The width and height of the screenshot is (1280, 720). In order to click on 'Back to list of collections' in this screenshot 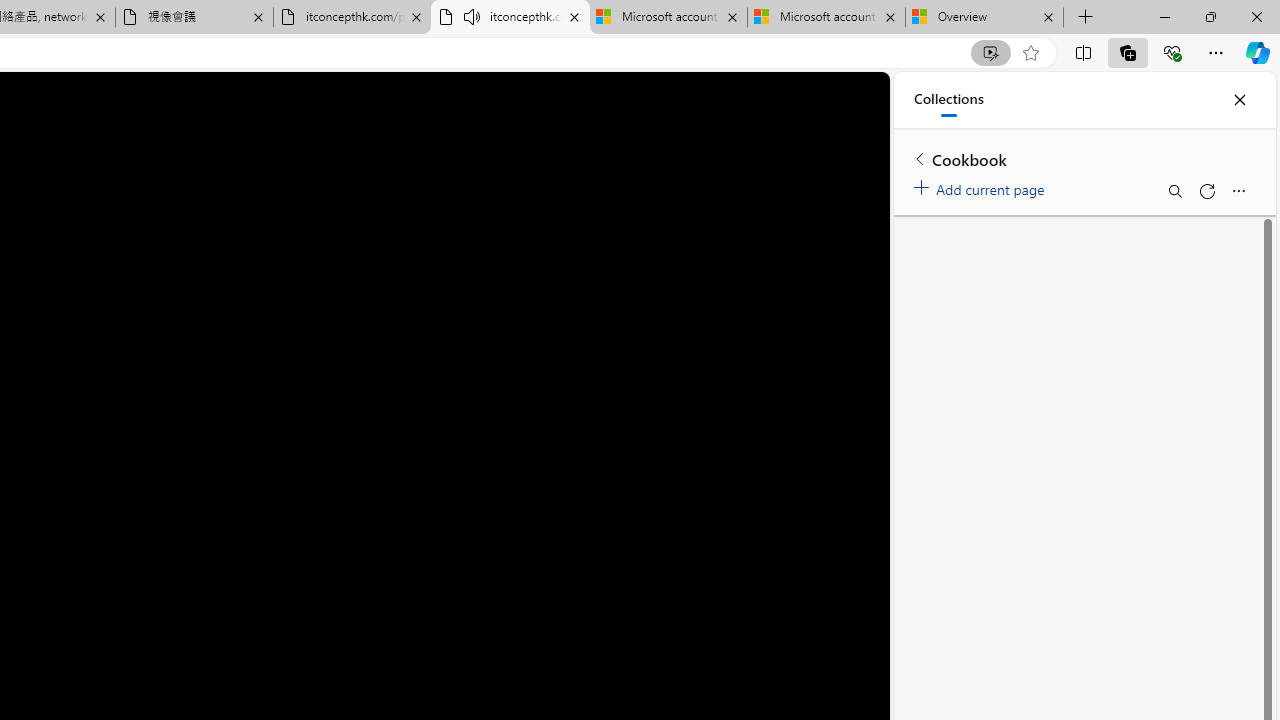, I will do `click(919, 158)`.